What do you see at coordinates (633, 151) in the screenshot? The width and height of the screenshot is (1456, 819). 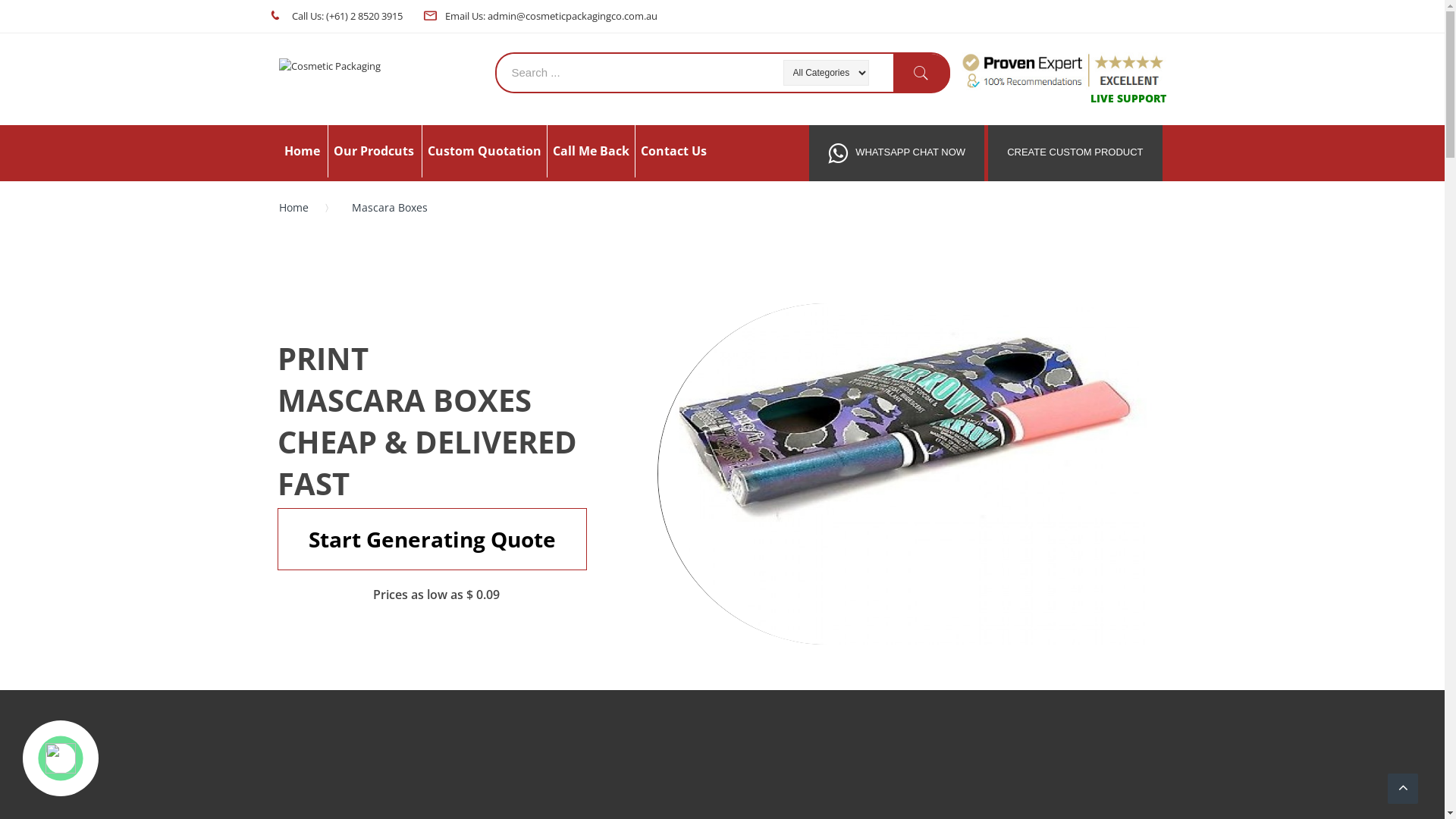 I see `'Contact Us'` at bounding box center [633, 151].